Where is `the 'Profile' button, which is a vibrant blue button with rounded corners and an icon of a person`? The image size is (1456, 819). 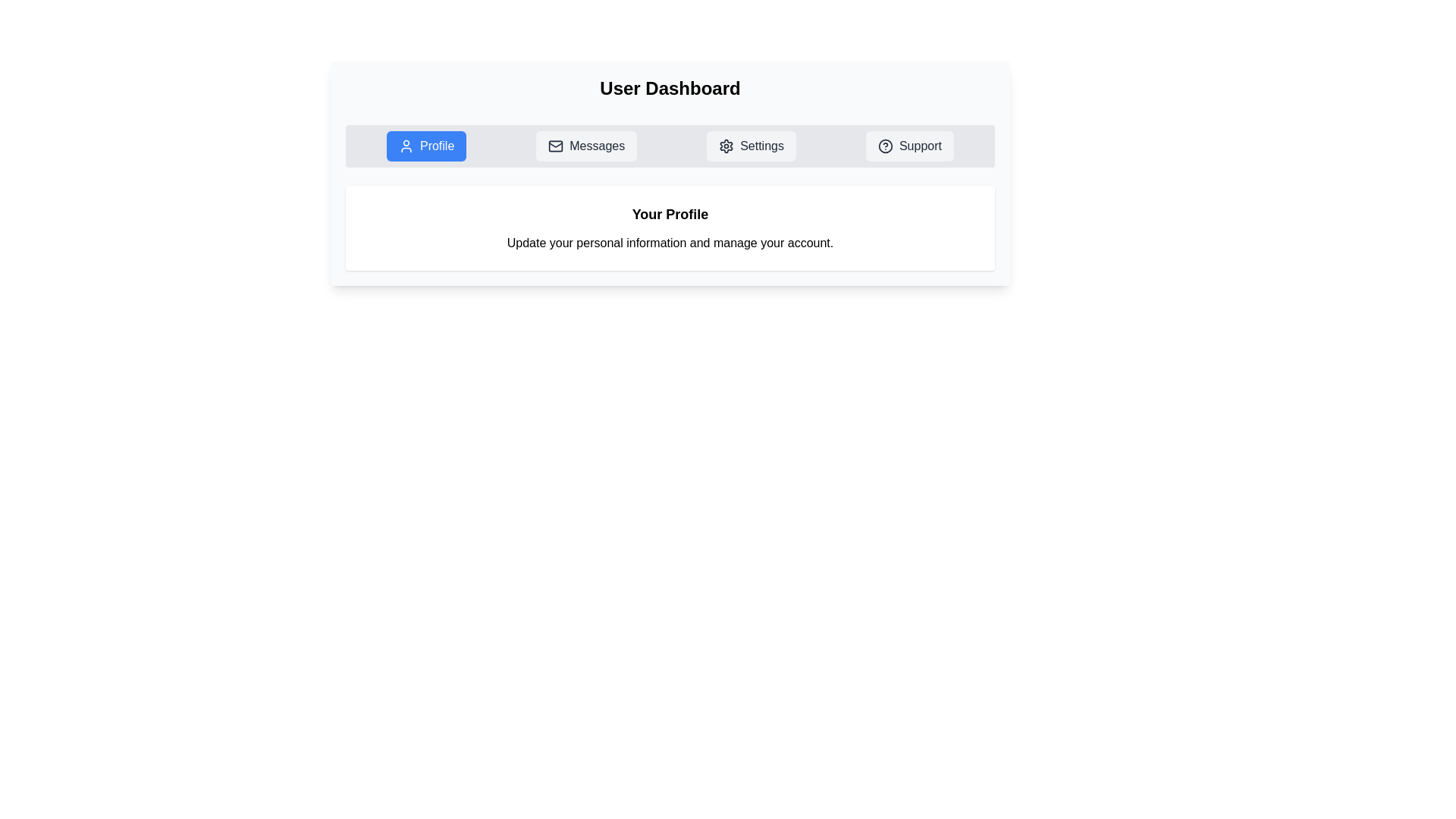 the 'Profile' button, which is a vibrant blue button with rounded corners and an icon of a person is located at coordinates (425, 146).